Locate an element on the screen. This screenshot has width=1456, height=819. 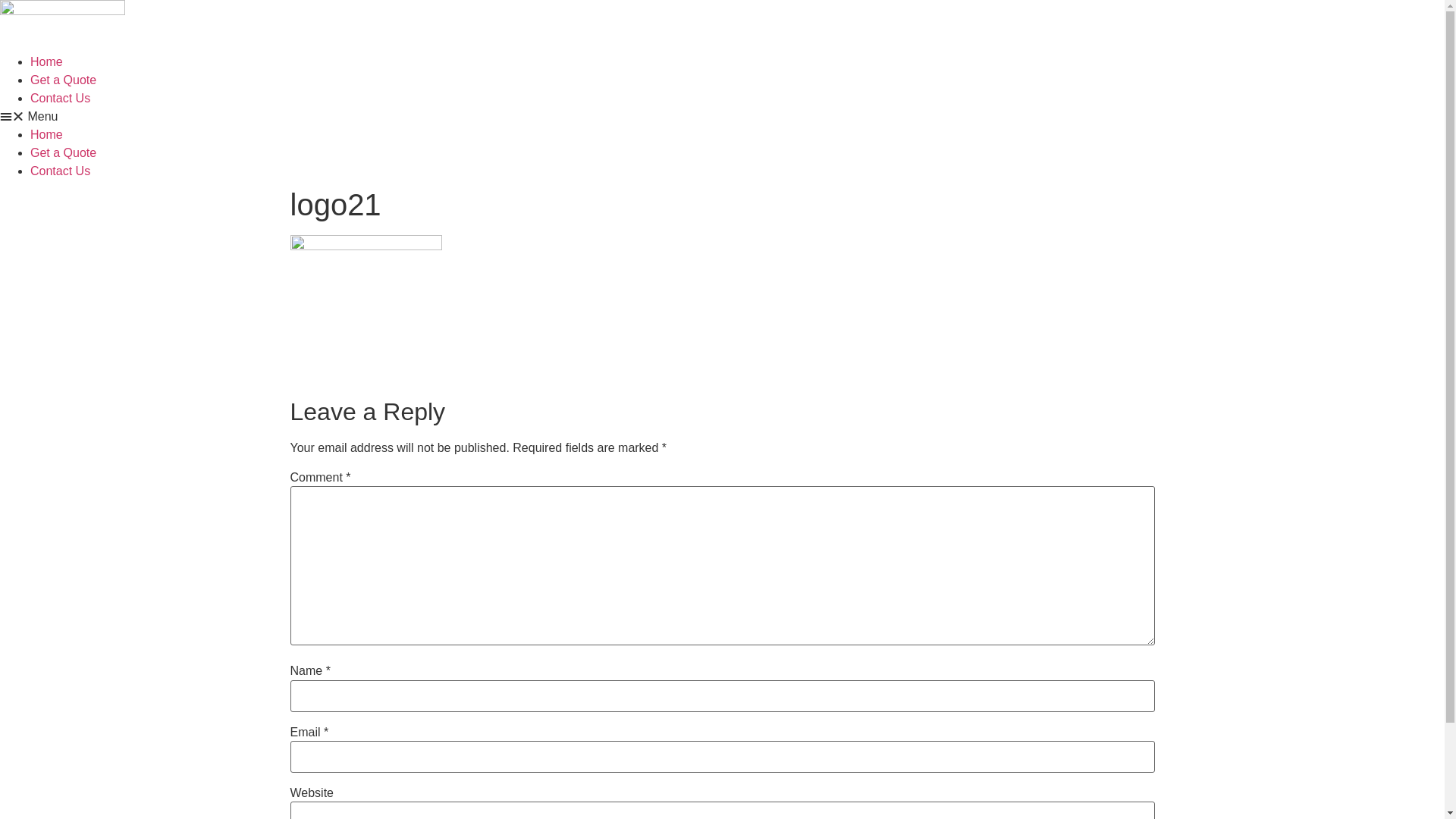
'Get a Quote' is located at coordinates (62, 80).